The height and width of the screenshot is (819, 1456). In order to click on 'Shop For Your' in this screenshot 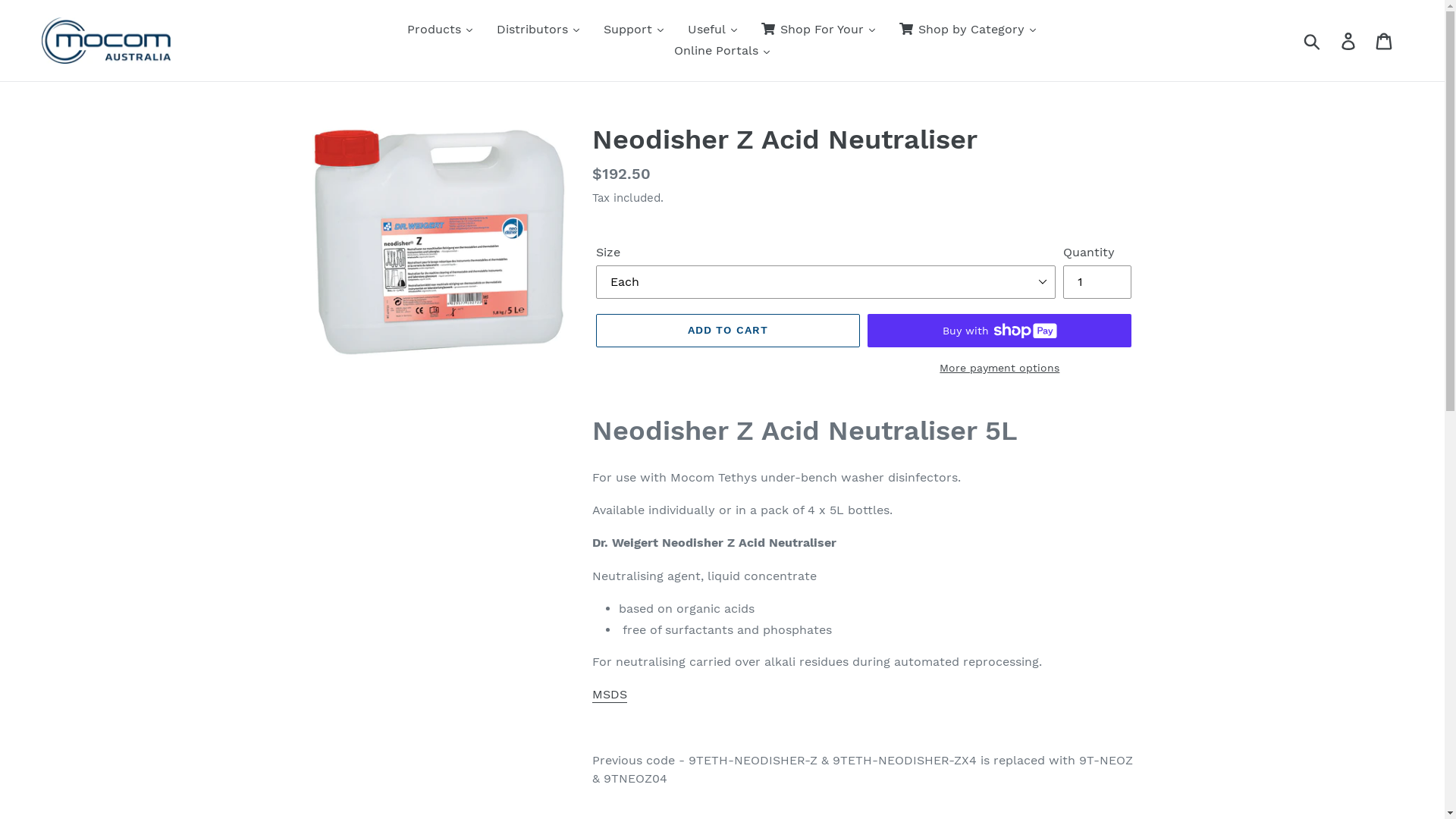, I will do `click(749, 29)`.